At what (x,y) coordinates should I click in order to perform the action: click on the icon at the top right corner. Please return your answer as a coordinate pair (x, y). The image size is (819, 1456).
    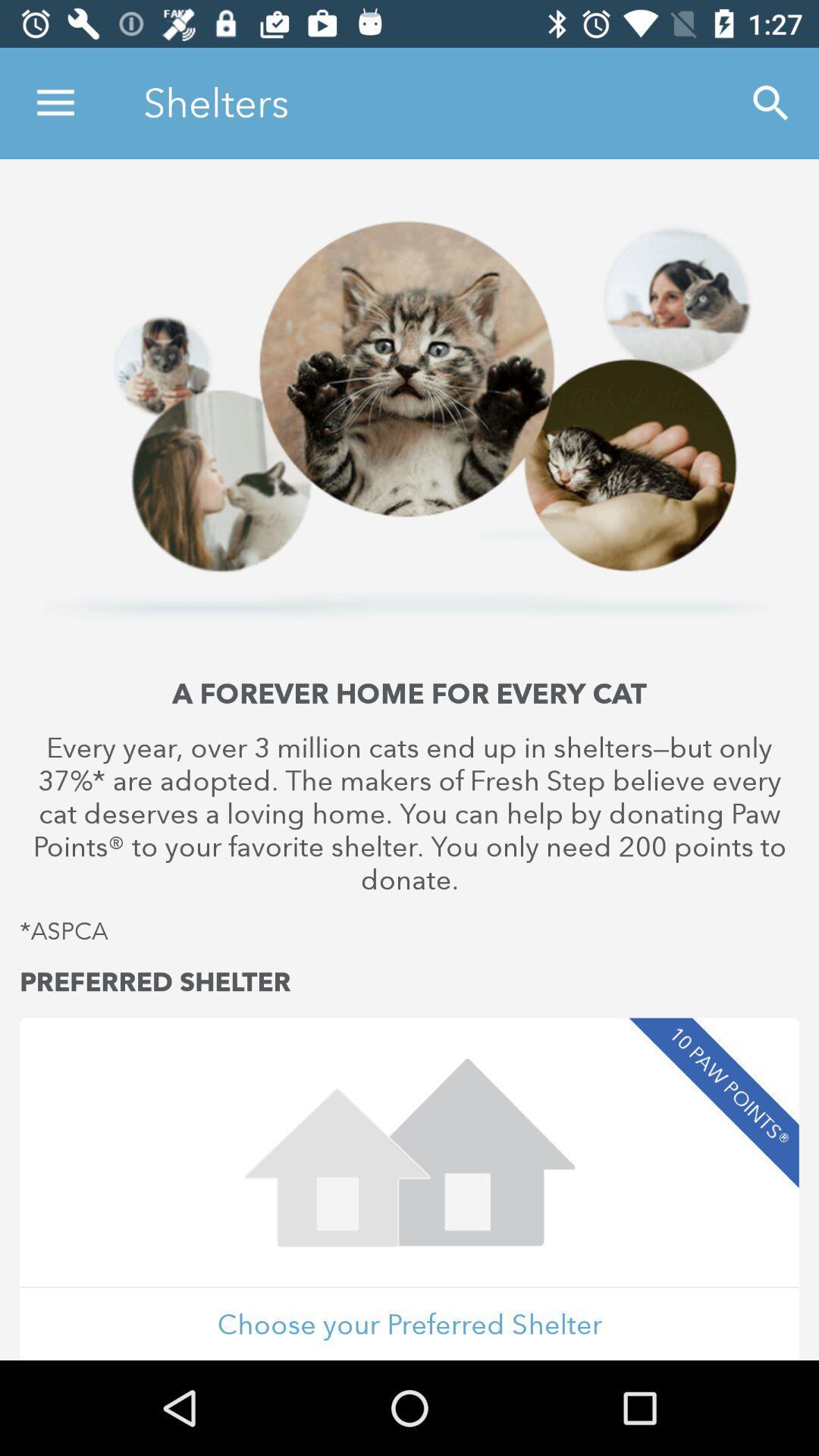
    Looking at the image, I should click on (771, 102).